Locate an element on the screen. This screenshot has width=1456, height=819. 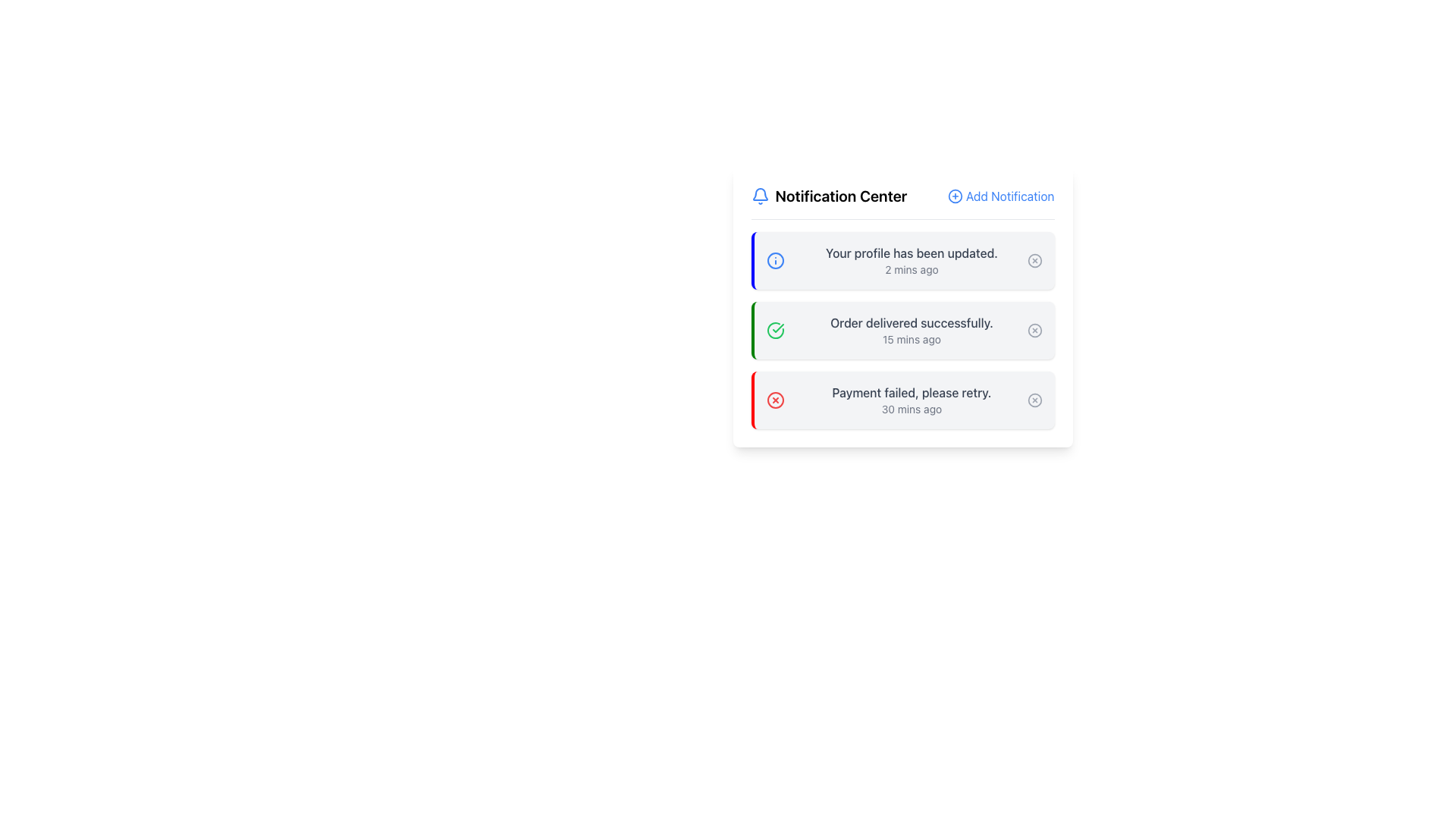
text label displaying the elapsed time since the notification was generated, located below 'Your profile has been updated.' in the first notification card of the 'Notification Center.' is located at coordinates (911, 268).